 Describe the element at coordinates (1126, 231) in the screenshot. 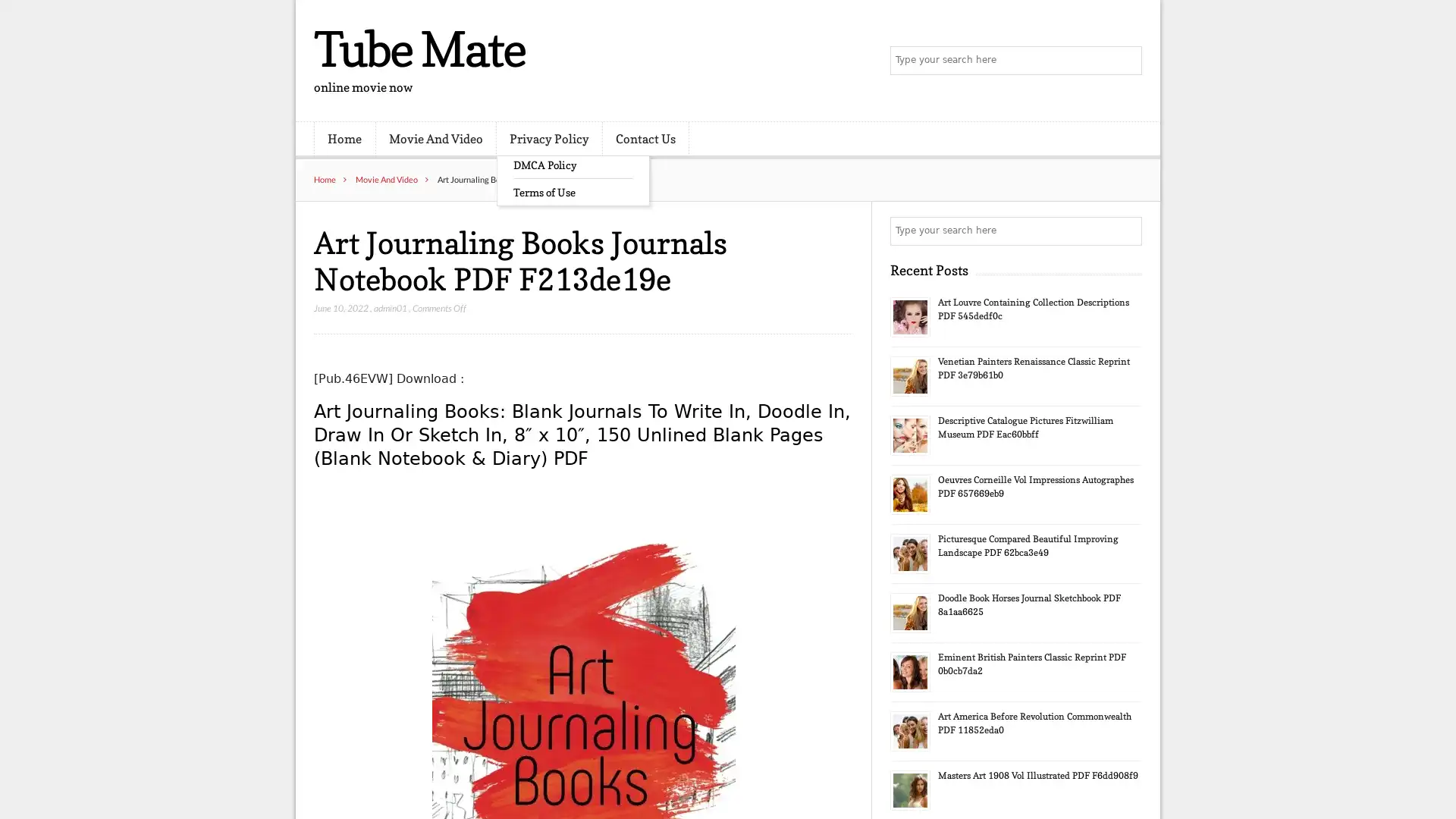

I see `Search` at that location.